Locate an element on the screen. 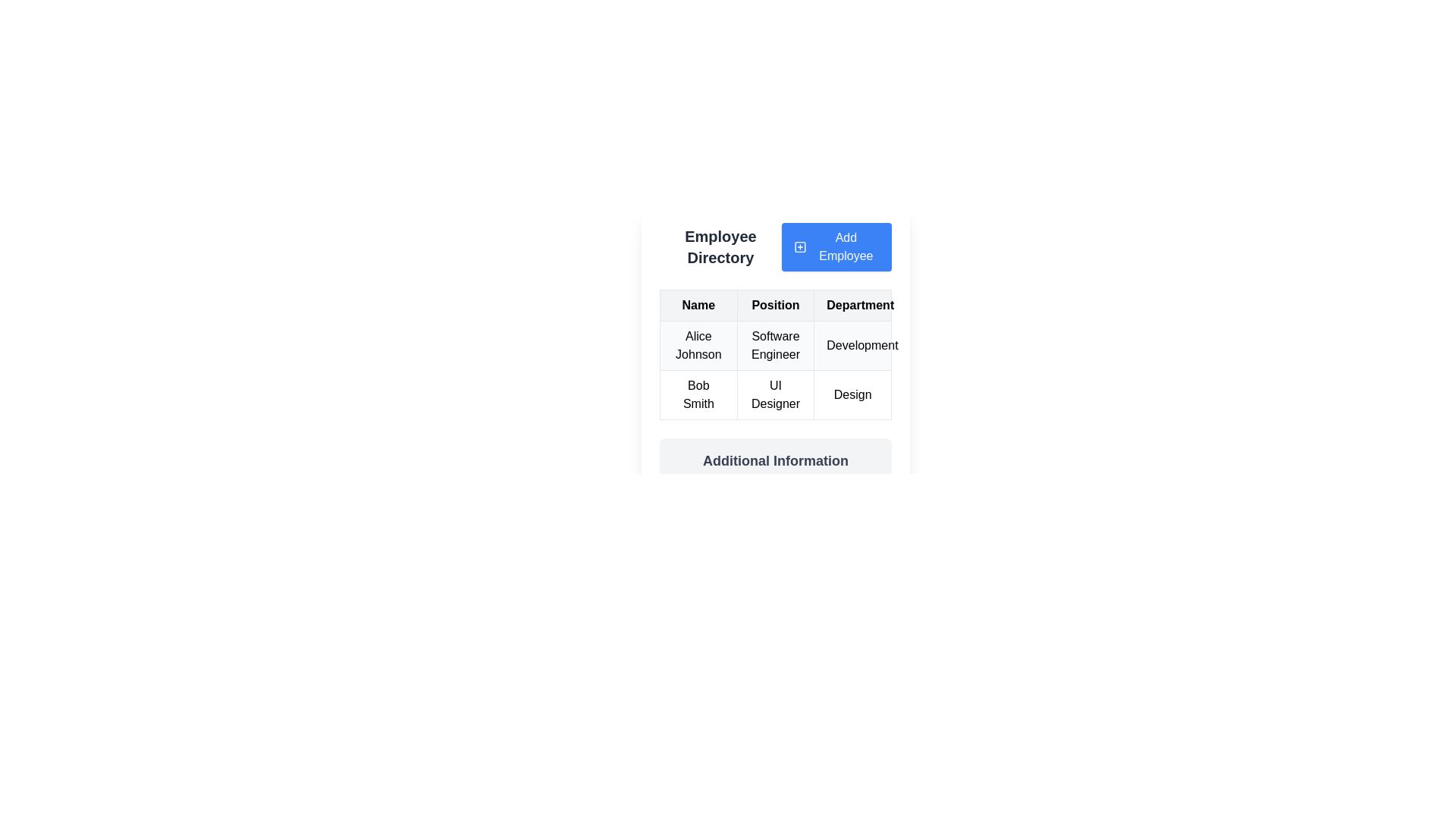 The width and height of the screenshot is (1456, 819). graphical icon component within the 'Add Employee' button located at the top right corner of the main content area is located at coordinates (799, 246).